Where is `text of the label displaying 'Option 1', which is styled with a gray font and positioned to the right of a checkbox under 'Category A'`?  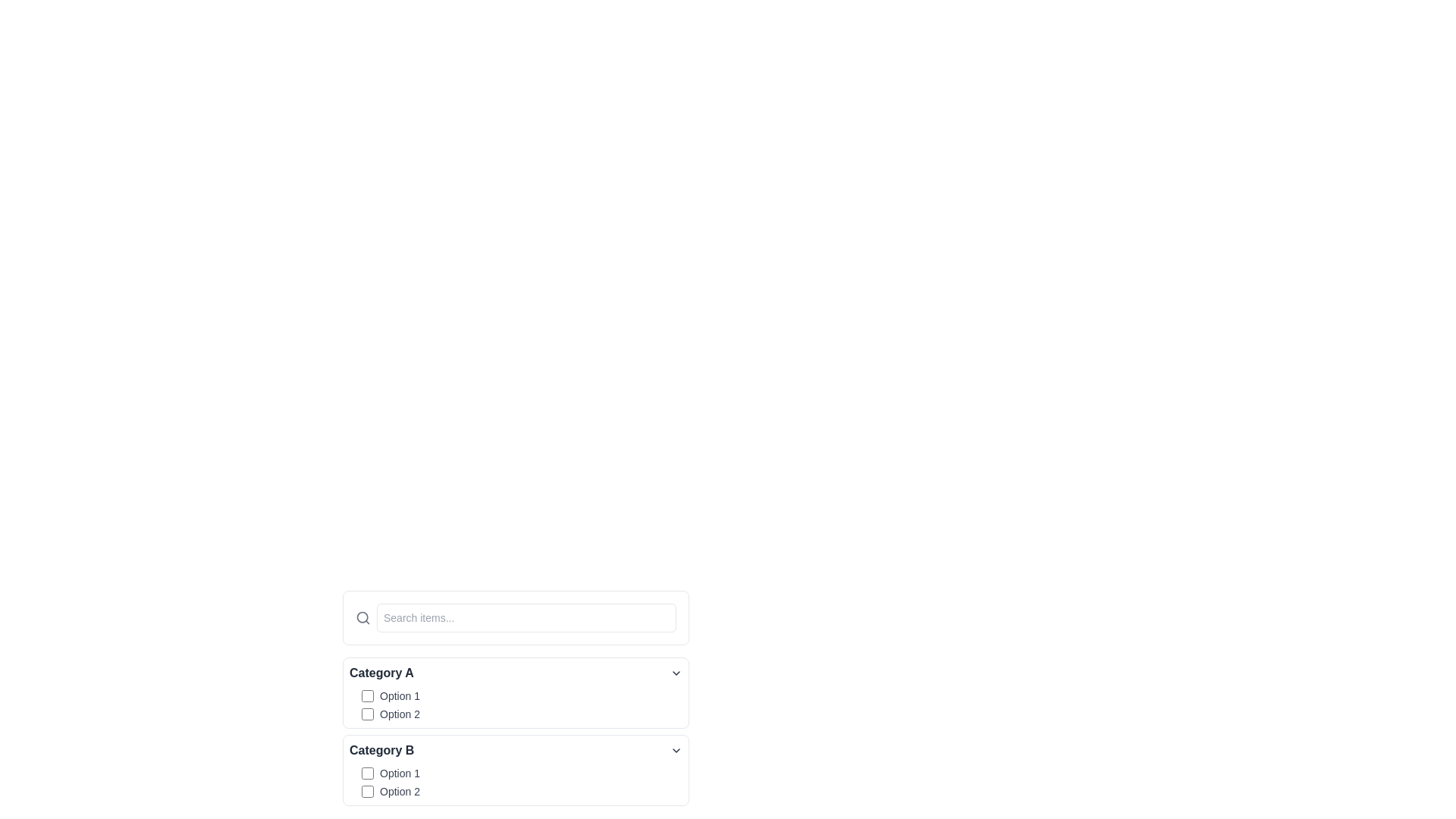 text of the label displaying 'Option 1', which is styled with a gray font and positioned to the right of a checkbox under 'Category A' is located at coordinates (400, 696).